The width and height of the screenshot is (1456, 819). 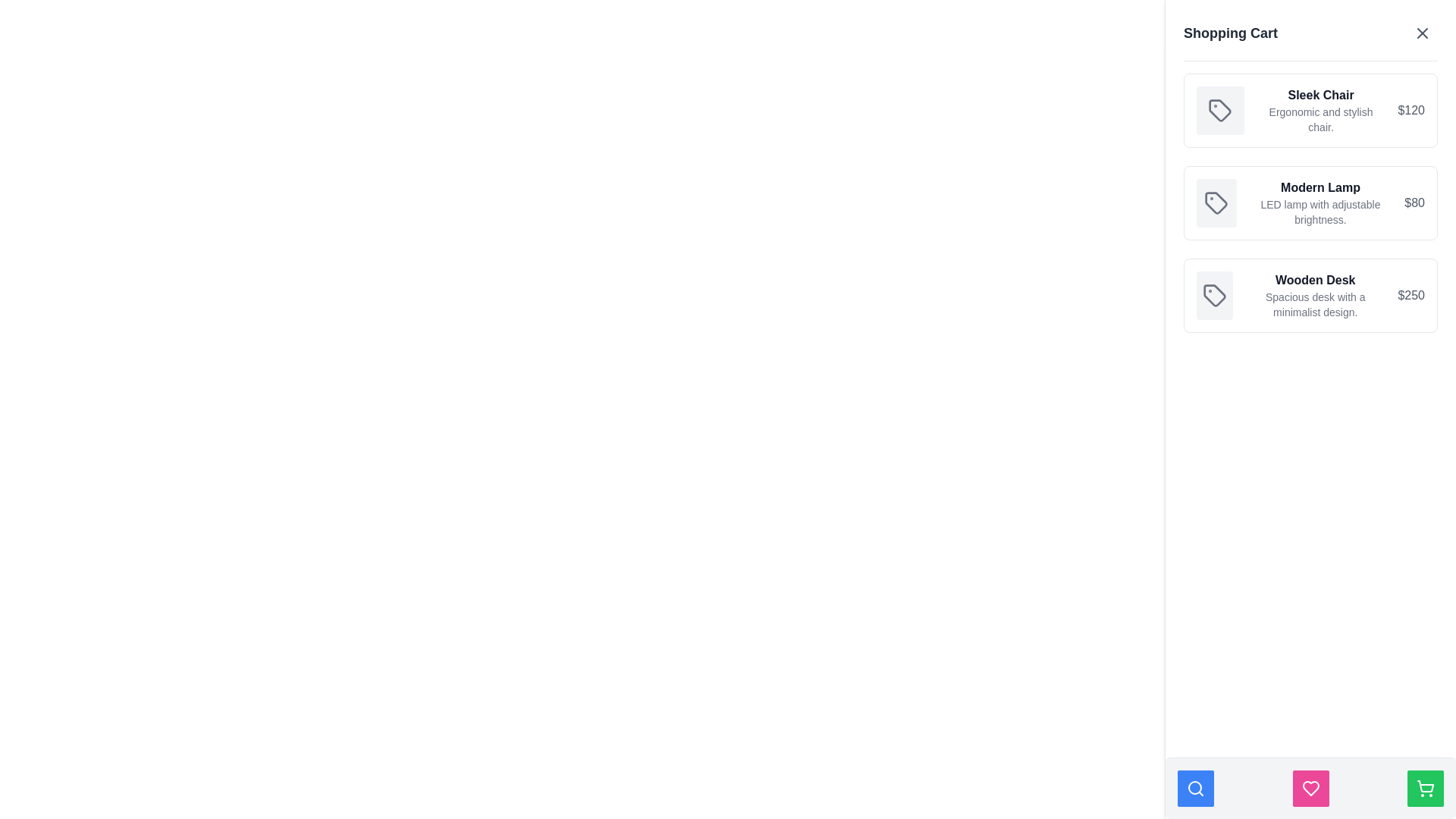 What do you see at coordinates (1195, 788) in the screenshot?
I see `the magnifying glass icon located in the bottom navigation bar` at bounding box center [1195, 788].